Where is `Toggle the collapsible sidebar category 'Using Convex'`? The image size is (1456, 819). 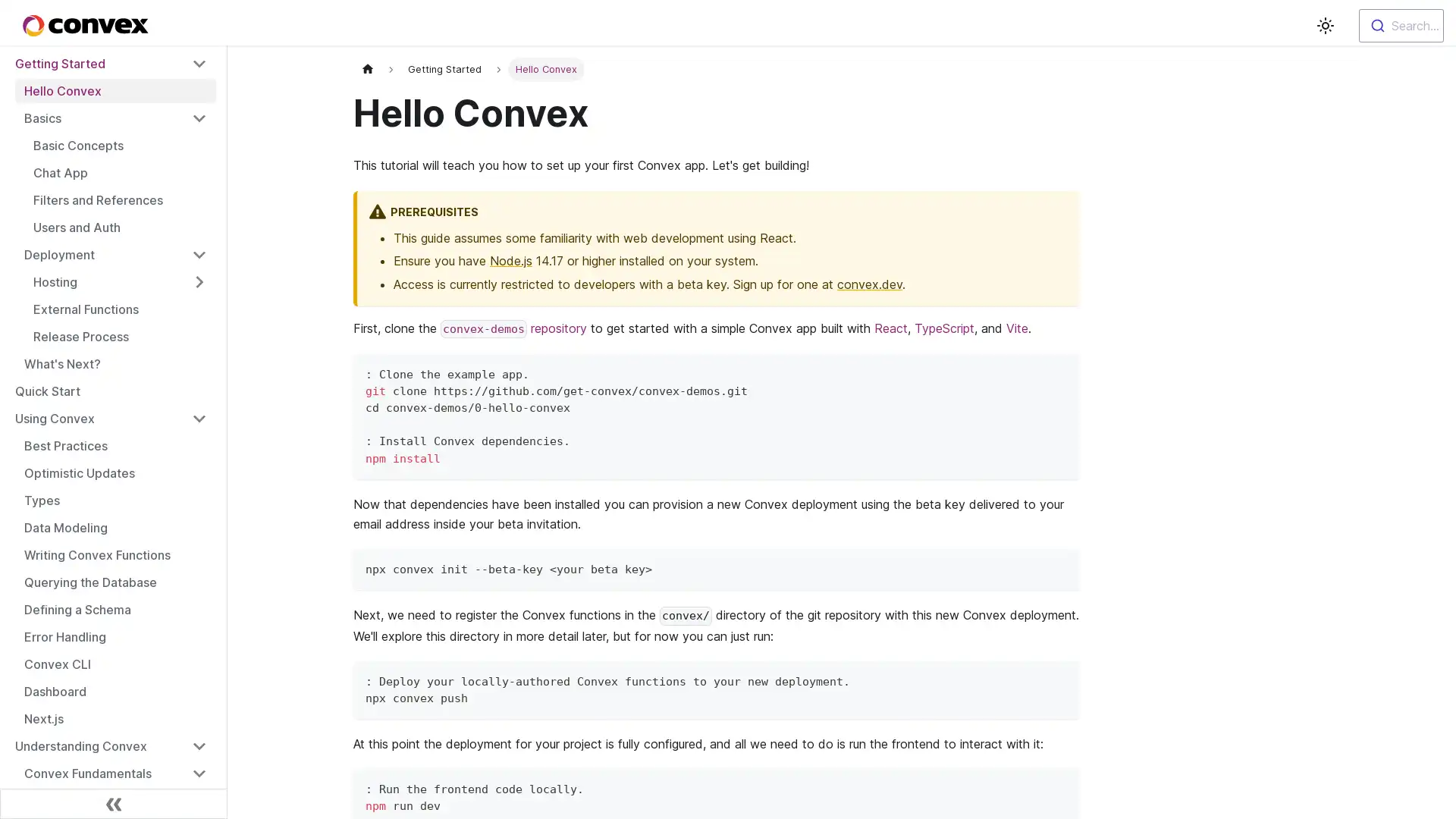
Toggle the collapsible sidebar category 'Using Convex' is located at coordinates (199, 418).